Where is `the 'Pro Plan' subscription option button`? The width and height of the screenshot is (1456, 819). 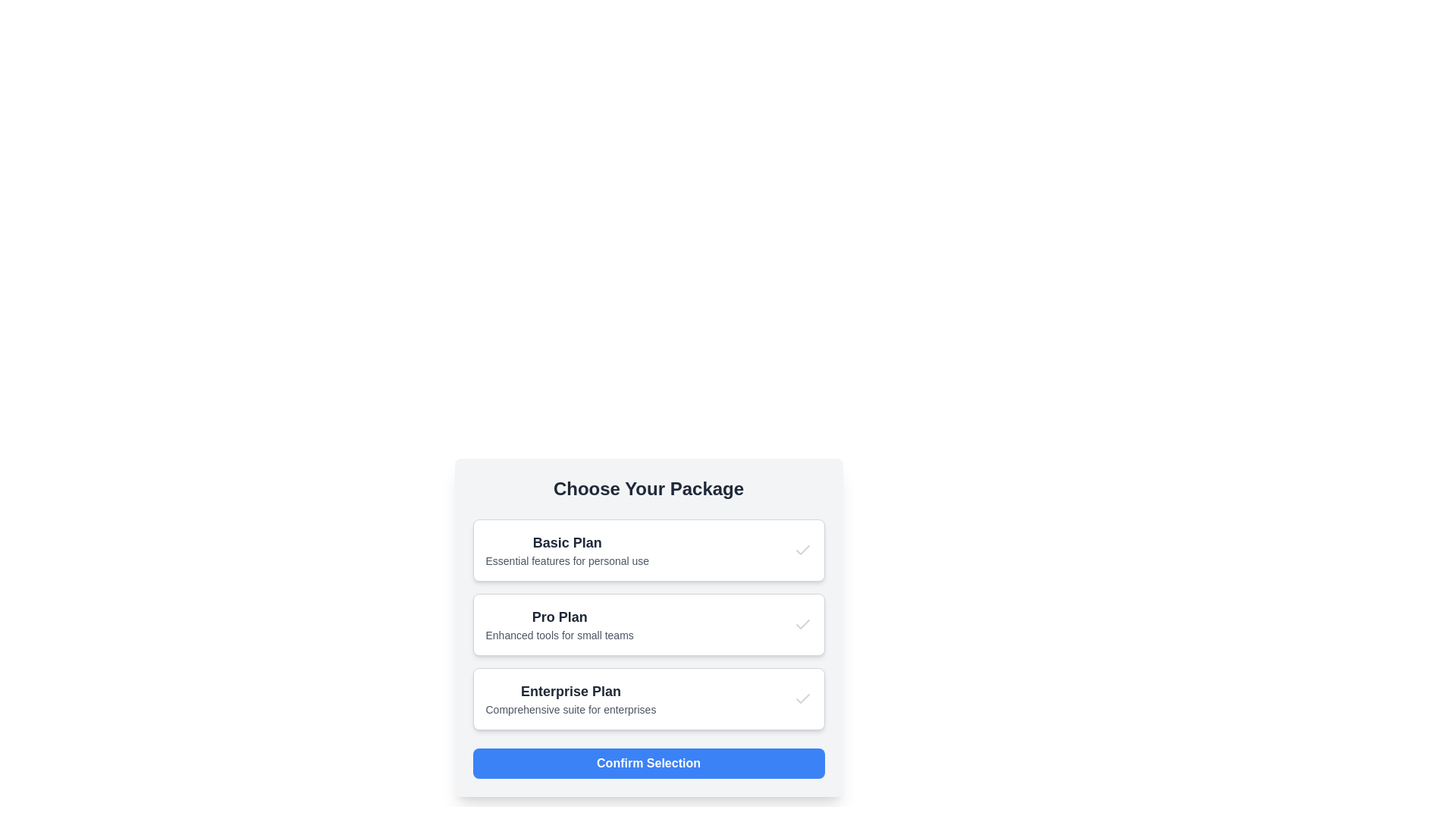
the 'Pro Plan' subscription option button is located at coordinates (648, 625).